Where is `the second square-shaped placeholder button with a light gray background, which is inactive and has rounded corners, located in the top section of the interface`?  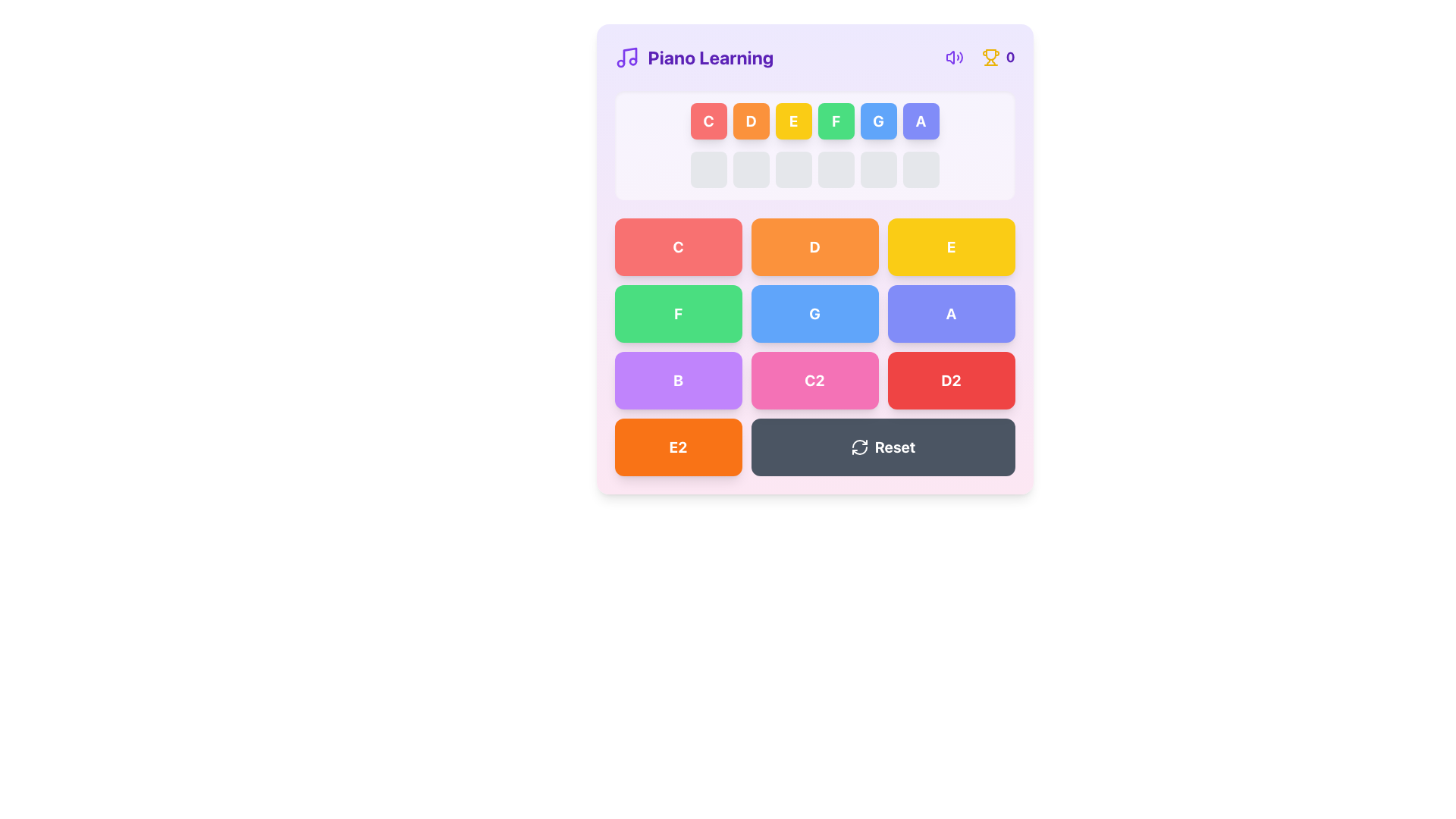
the second square-shaped placeholder button with a light gray background, which is inactive and has rounded corners, located in the top section of the interface is located at coordinates (751, 169).